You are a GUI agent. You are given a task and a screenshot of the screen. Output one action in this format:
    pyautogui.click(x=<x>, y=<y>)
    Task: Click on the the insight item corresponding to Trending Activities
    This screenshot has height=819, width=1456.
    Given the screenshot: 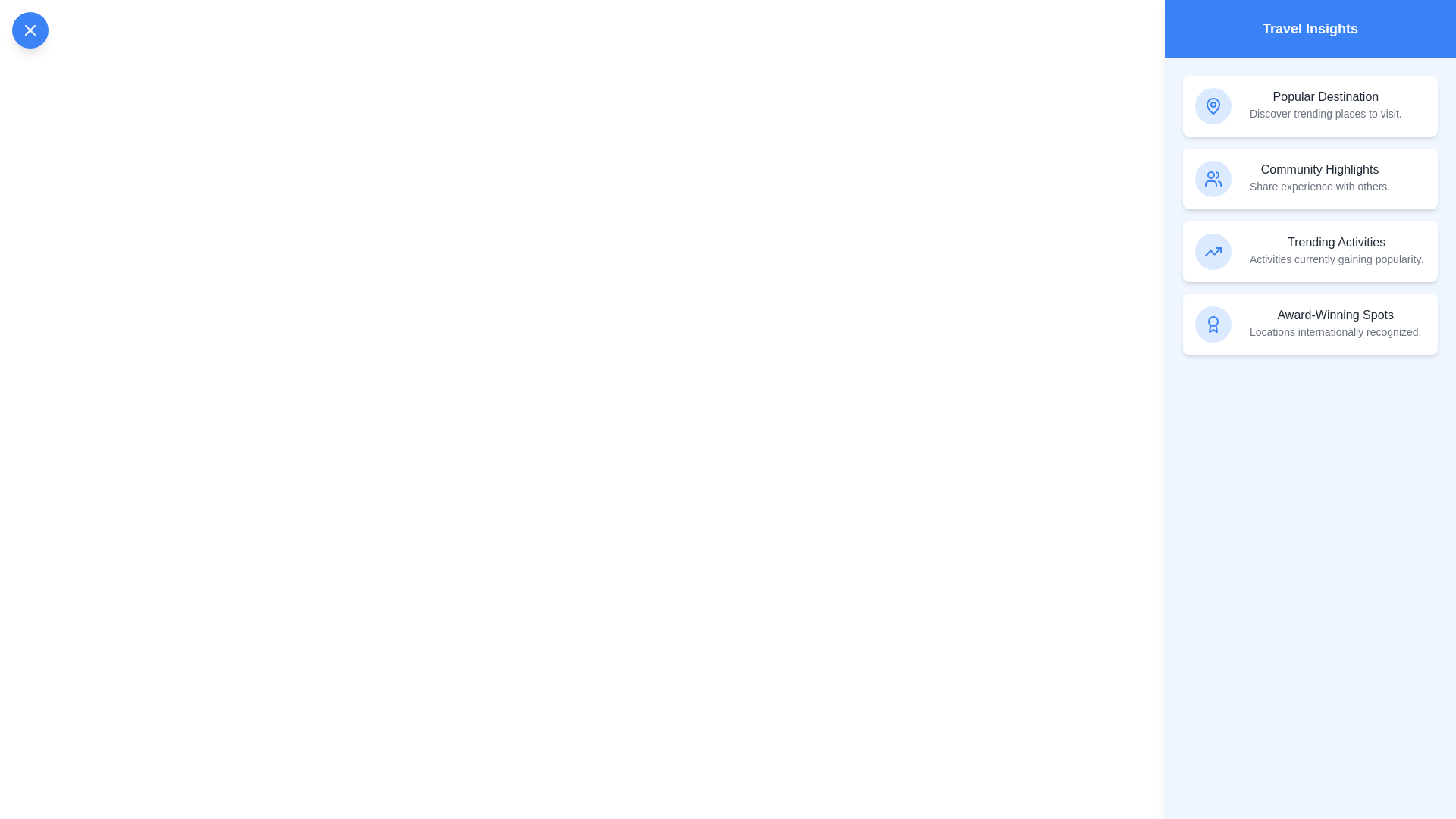 What is the action you would take?
    pyautogui.click(x=1310, y=250)
    